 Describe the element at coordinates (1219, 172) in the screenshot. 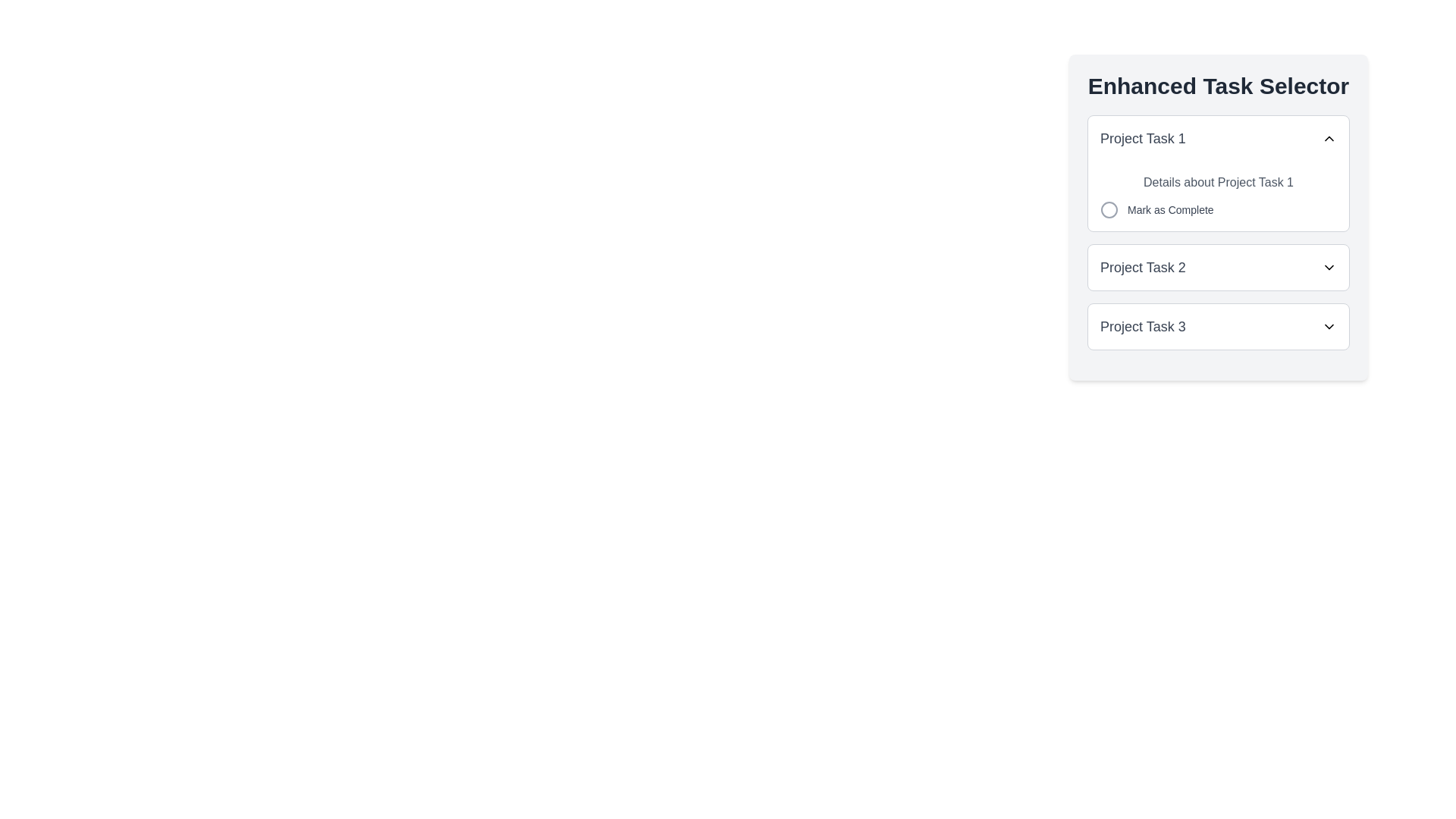

I see `details provided for the task in the first collapsible card titled 'Project Task 1', located below 'Enhanced Task Selector'` at that location.